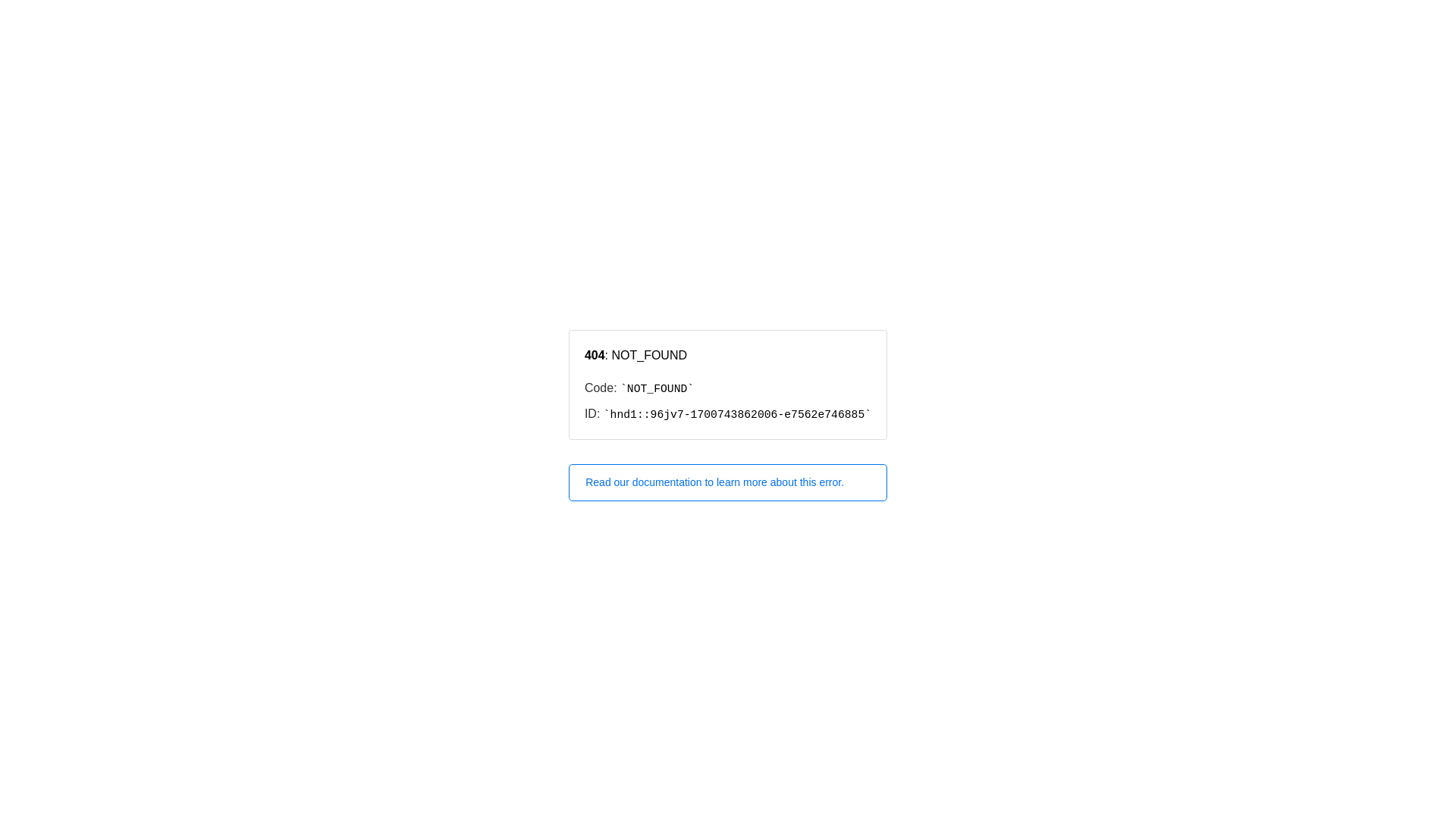 The image size is (1456, 819). I want to click on 'Read our documentation to learn more about this error.', so click(728, 482).